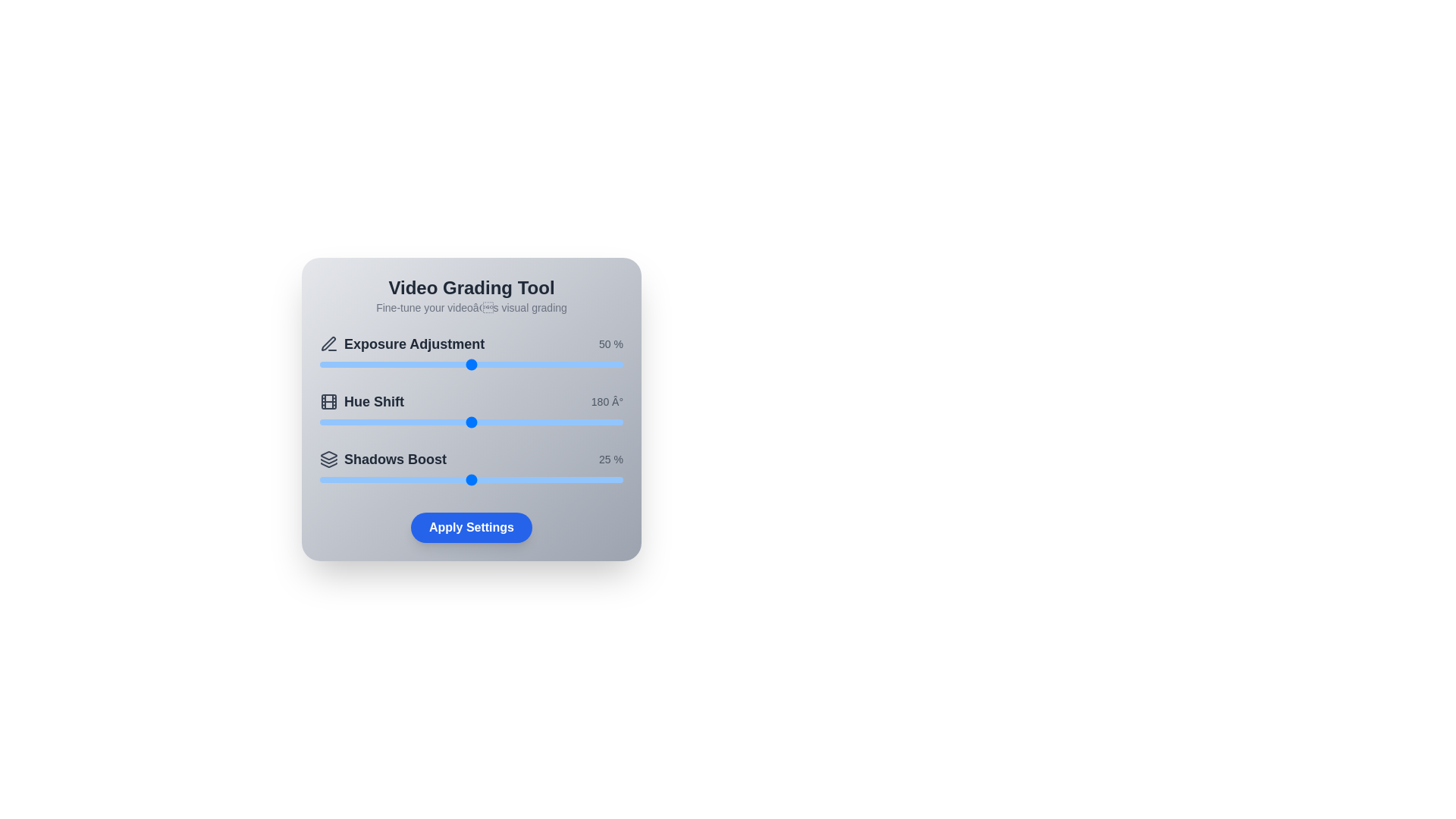  I want to click on the film strip icon located in the 'Hue Shift' section, which is represented by a dark gray rectangular shape with vertical dividing lines, positioned to the left of the text 'Hue Shift', so click(328, 400).